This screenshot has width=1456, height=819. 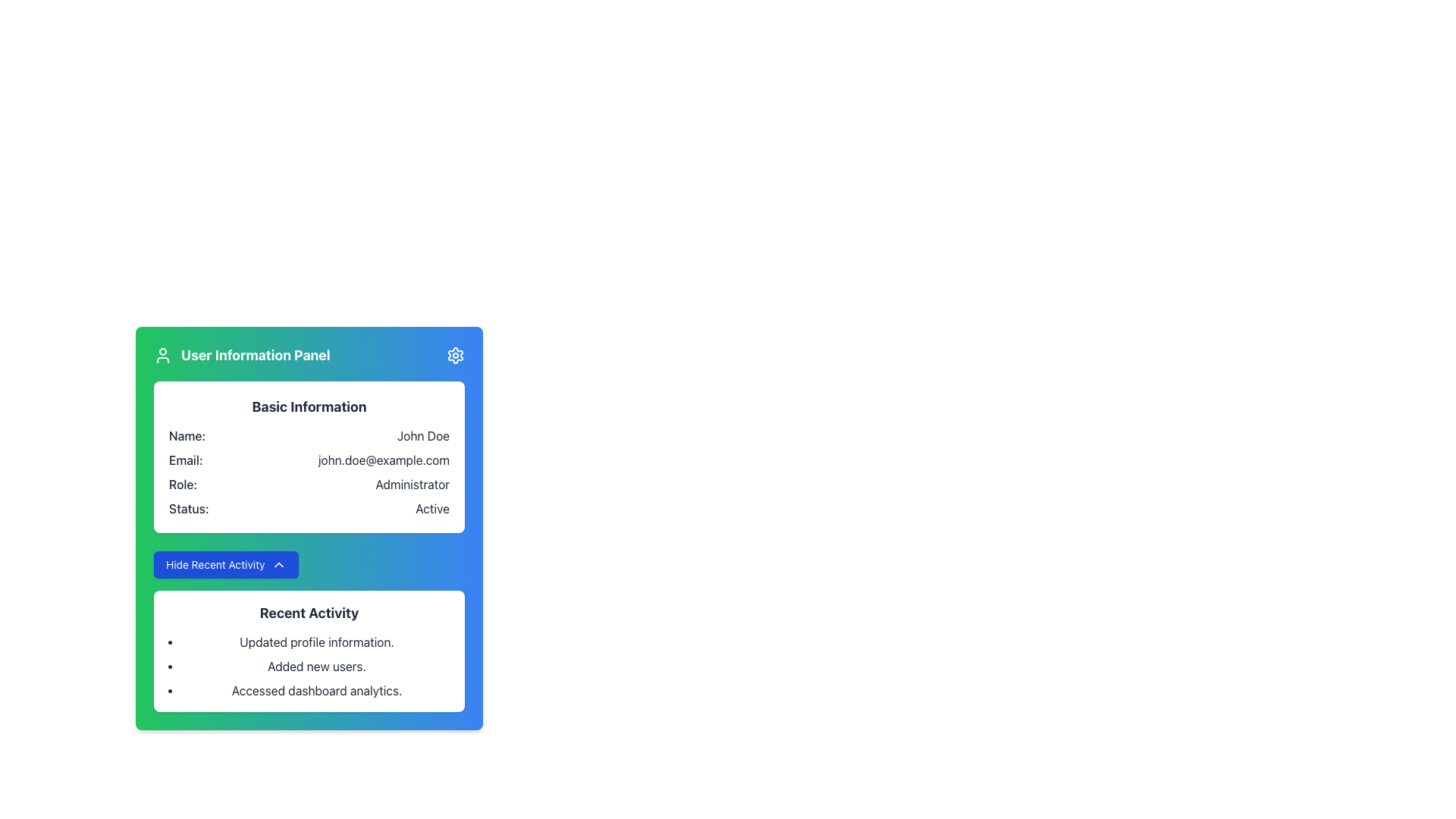 I want to click on the 'Active' static text label indicating the user's status in the 'Basic Information' section, so click(x=431, y=509).